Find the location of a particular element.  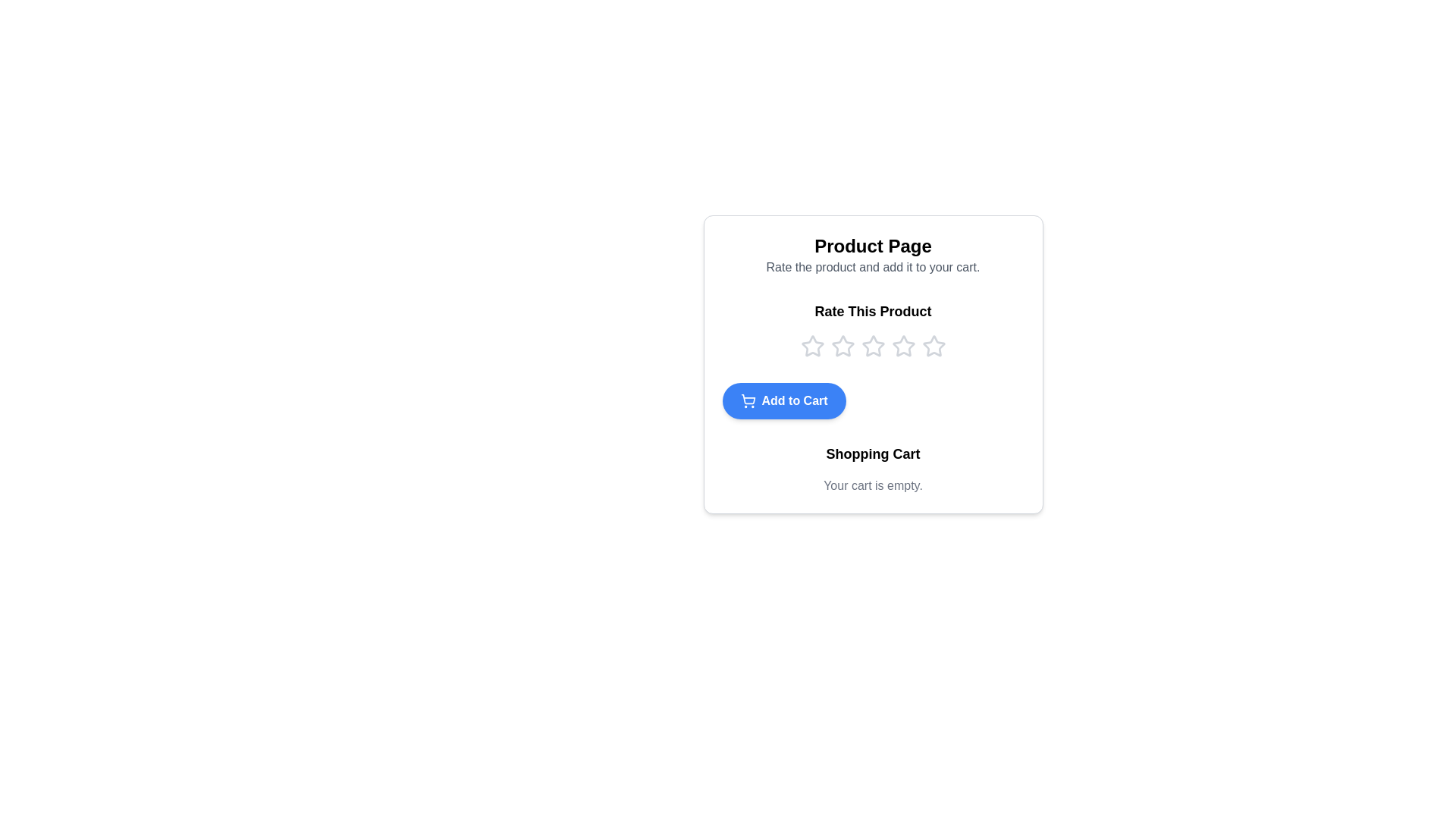

the 'Add to Cart' button, which includes a shopping cart icon positioned to the left of the text 'Add to Cart' is located at coordinates (748, 400).